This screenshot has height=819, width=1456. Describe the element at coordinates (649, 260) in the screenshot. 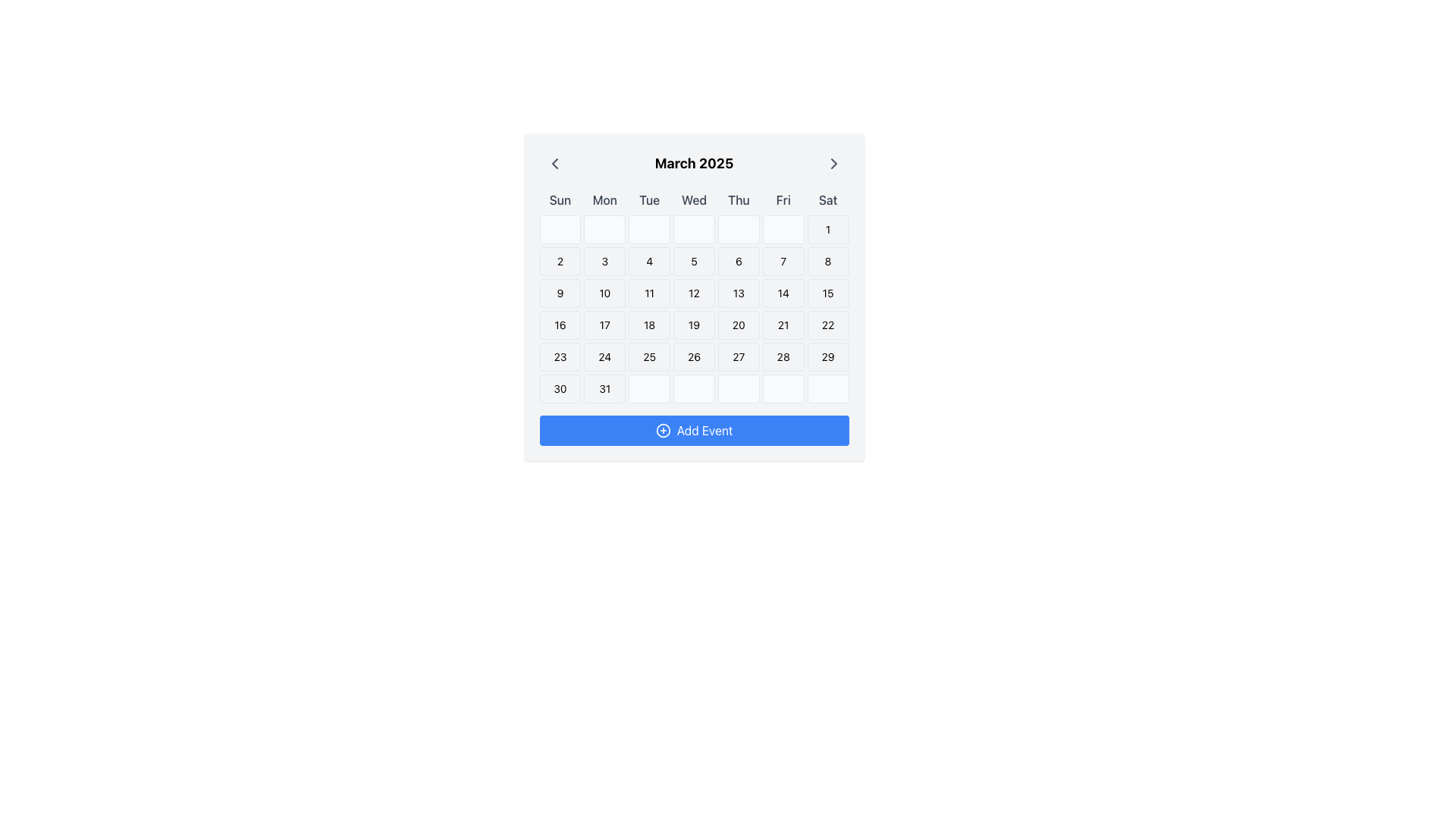

I see `the button representing the date '4' in the March 2025 calendar` at that location.